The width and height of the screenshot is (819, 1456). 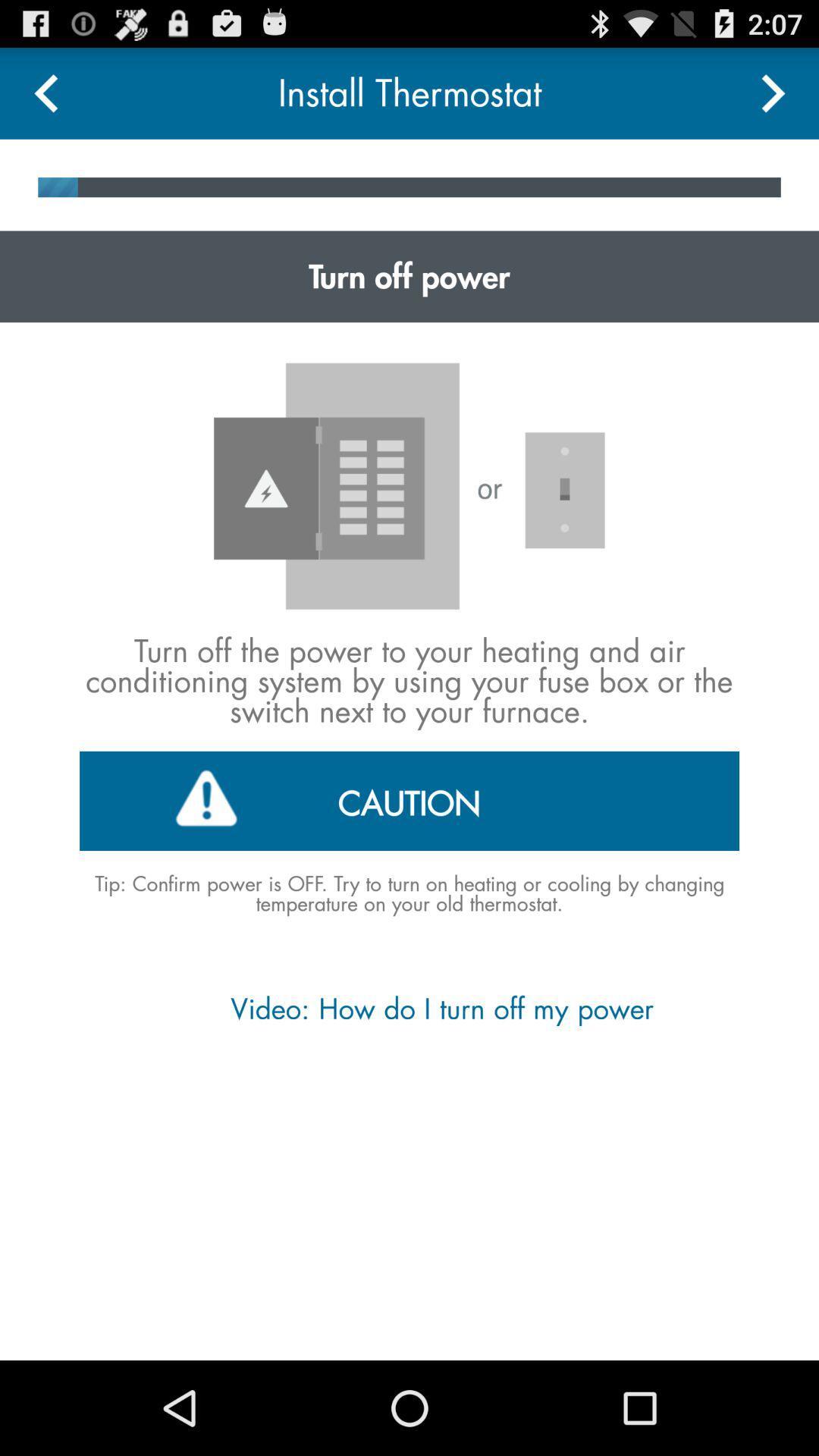 I want to click on video how do app, so click(x=408, y=1009).